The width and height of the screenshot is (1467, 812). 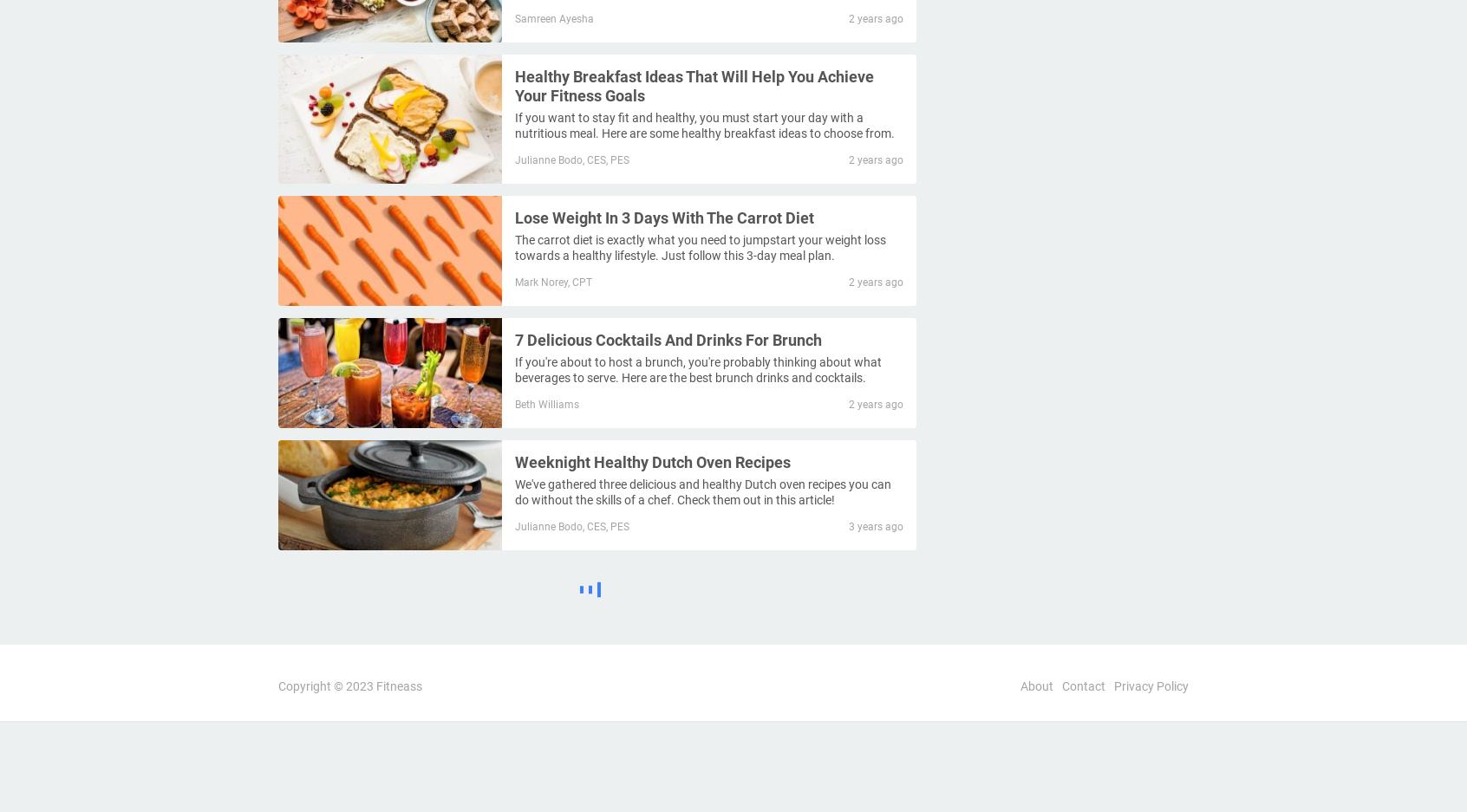 I want to click on '7 Delicious Cocktails And Drinks For Brunch', so click(x=667, y=338).